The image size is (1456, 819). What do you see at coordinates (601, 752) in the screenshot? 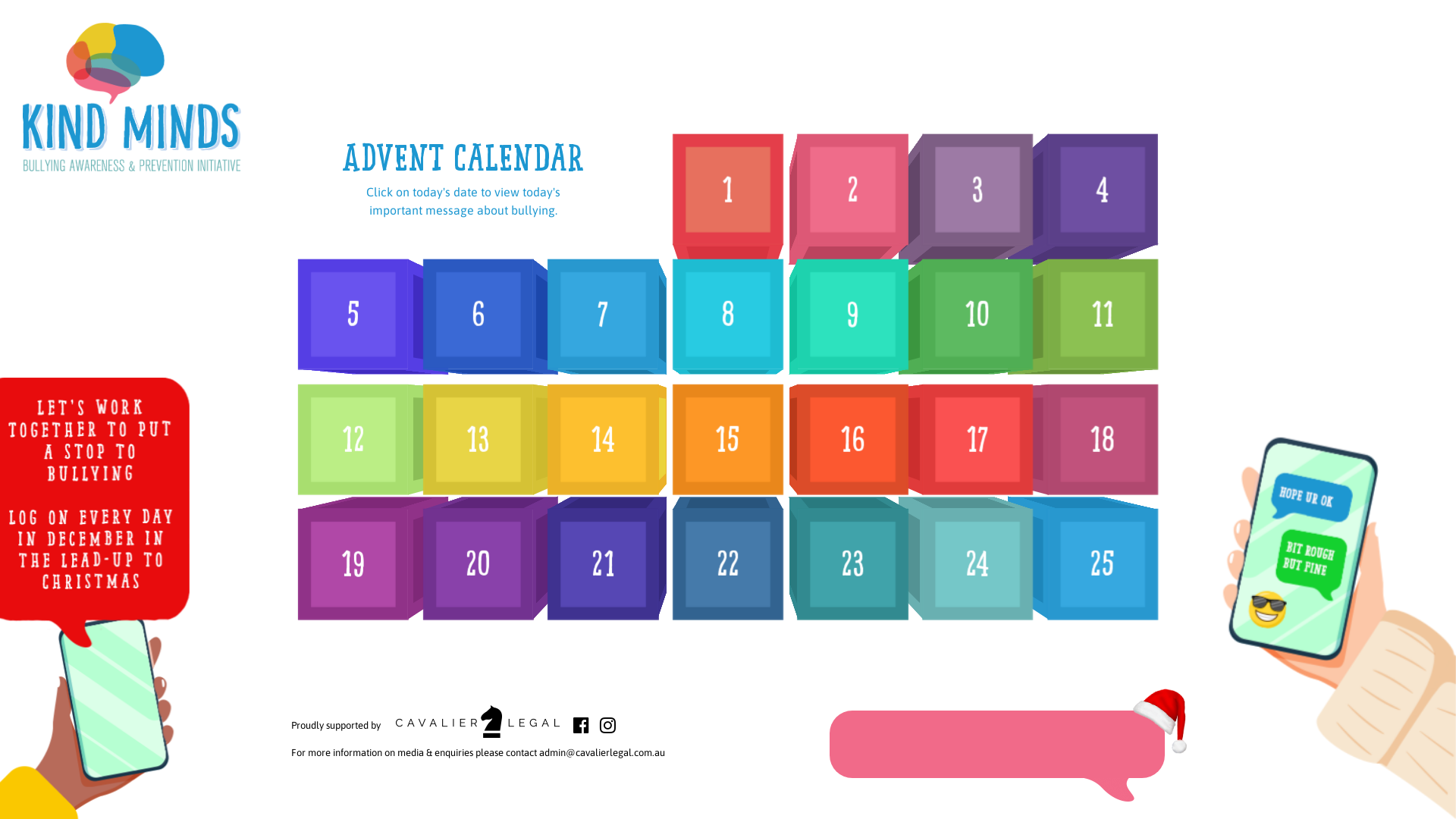
I see `'admin@cavalierlegal.com.au'` at bounding box center [601, 752].